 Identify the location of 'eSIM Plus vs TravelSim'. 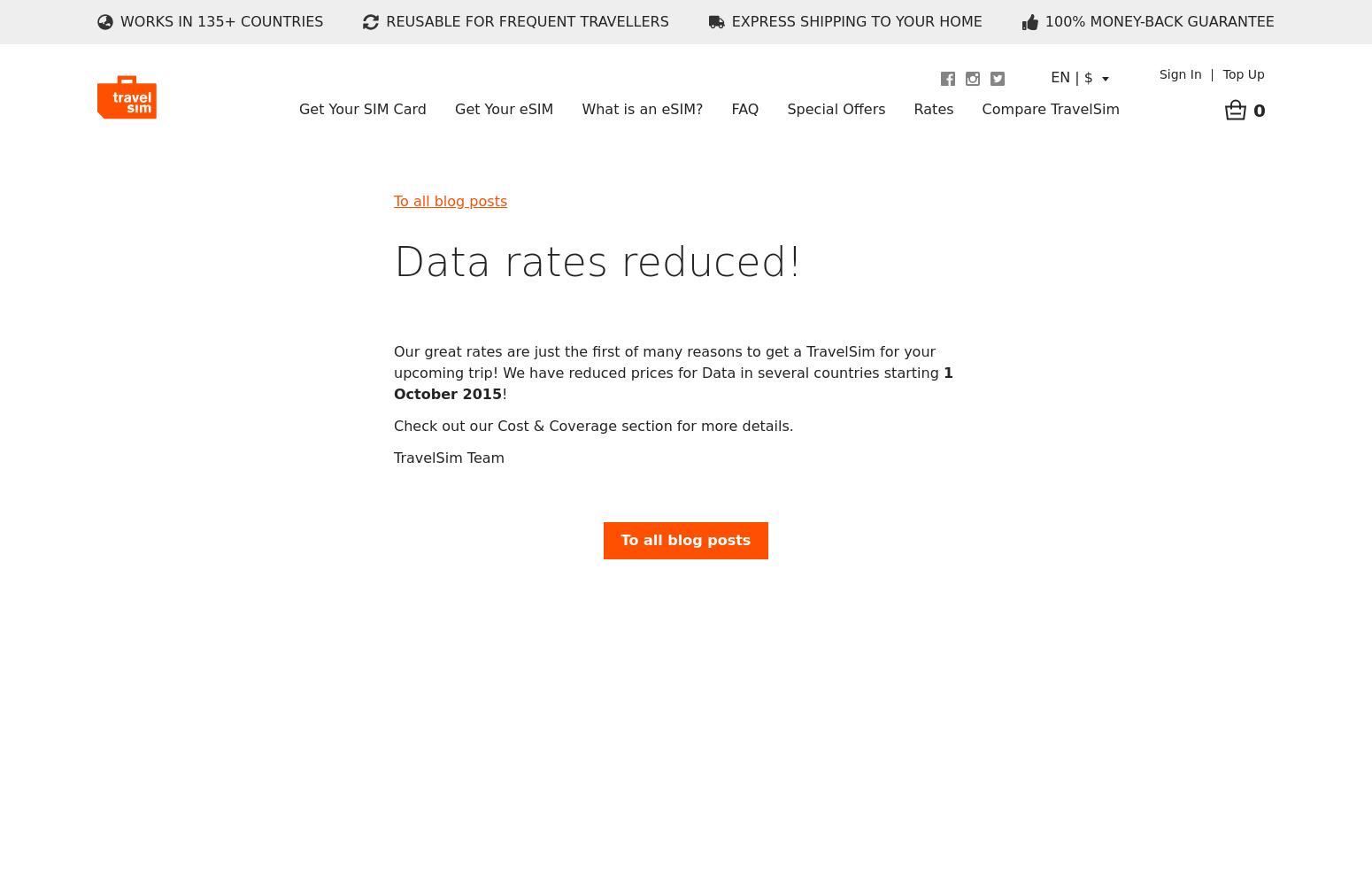
(1075, 211).